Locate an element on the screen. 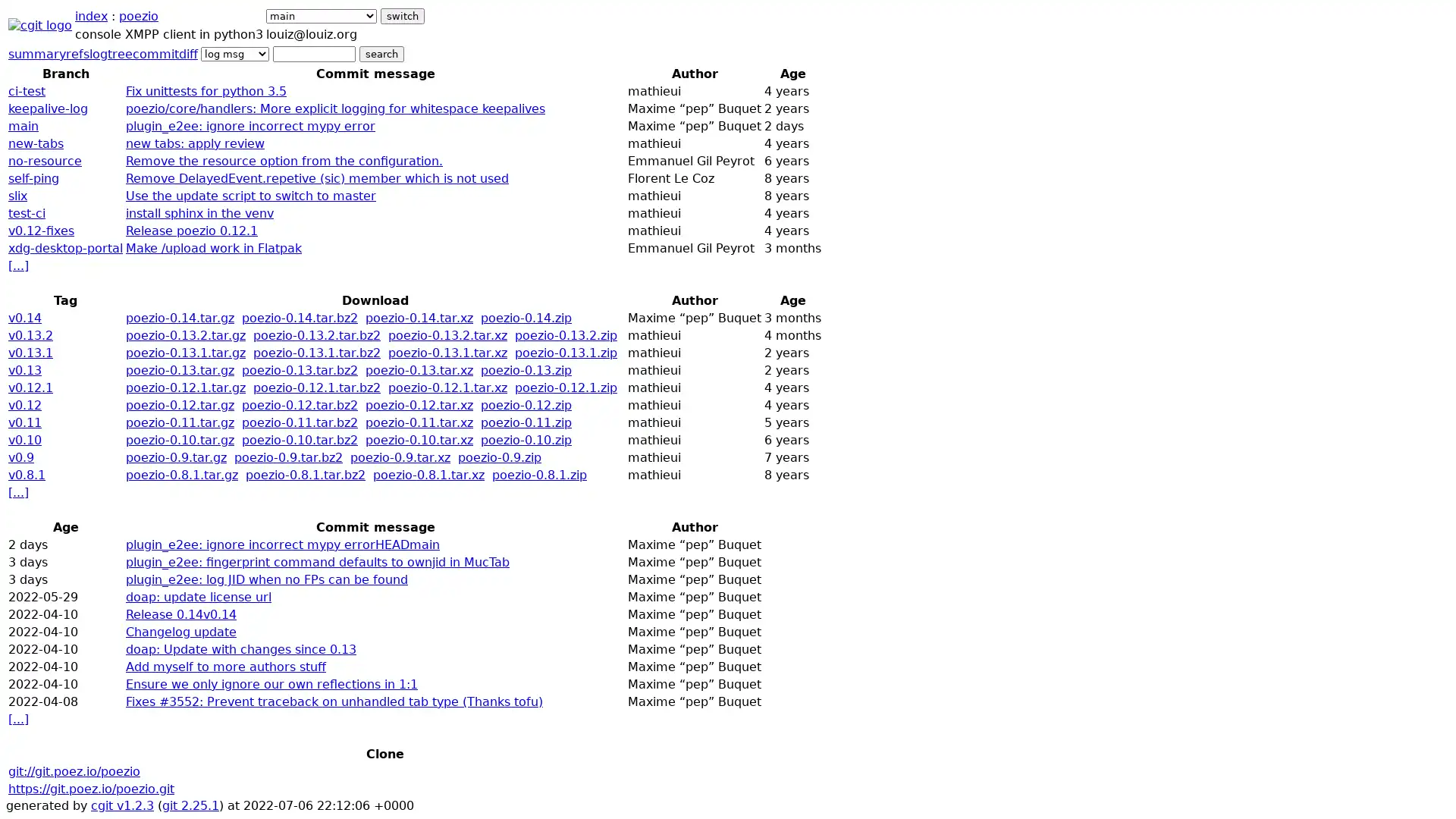 The width and height of the screenshot is (1456, 819). search is located at coordinates (381, 53).